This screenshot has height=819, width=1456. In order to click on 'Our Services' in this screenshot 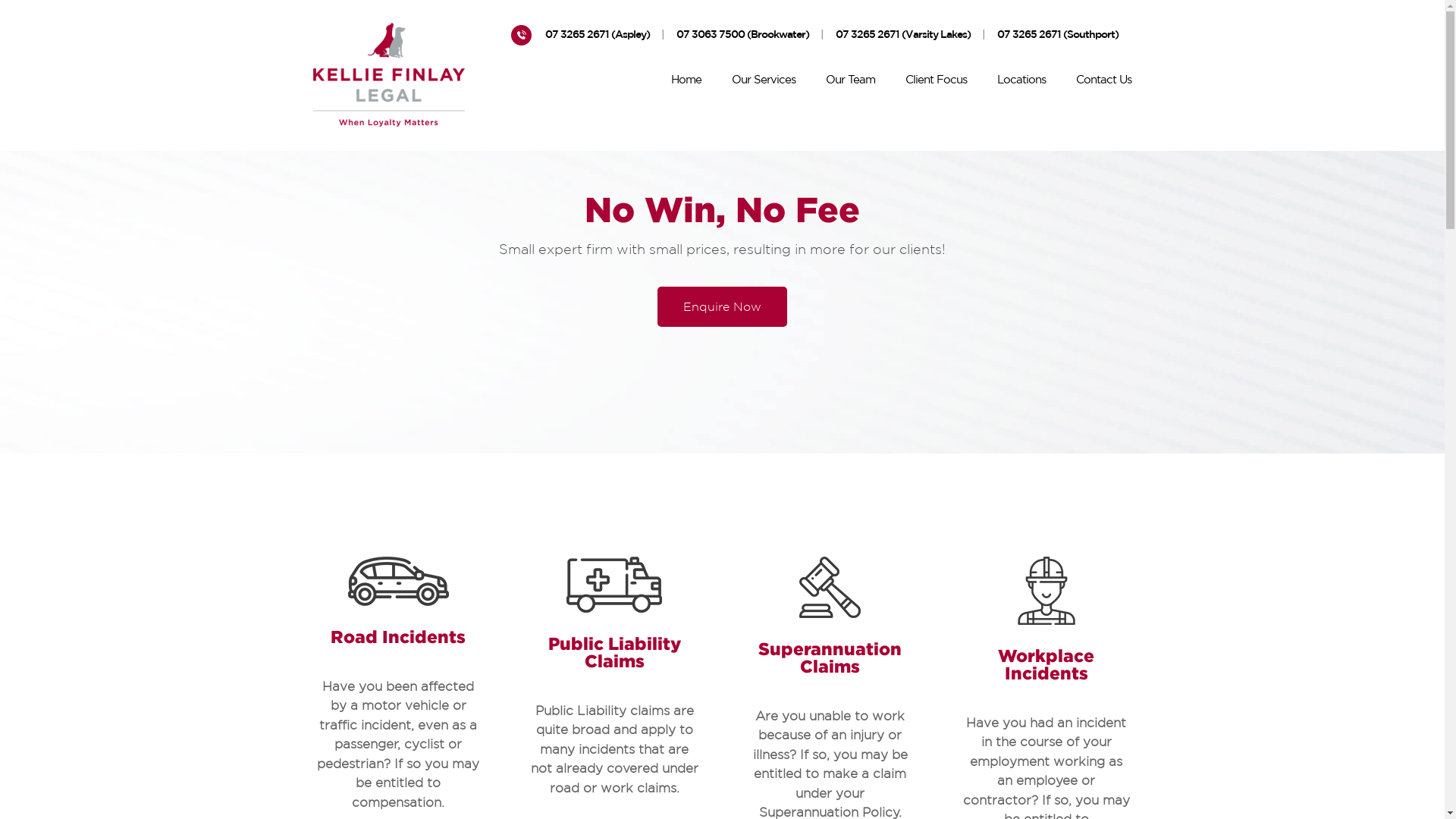, I will do `click(764, 82)`.